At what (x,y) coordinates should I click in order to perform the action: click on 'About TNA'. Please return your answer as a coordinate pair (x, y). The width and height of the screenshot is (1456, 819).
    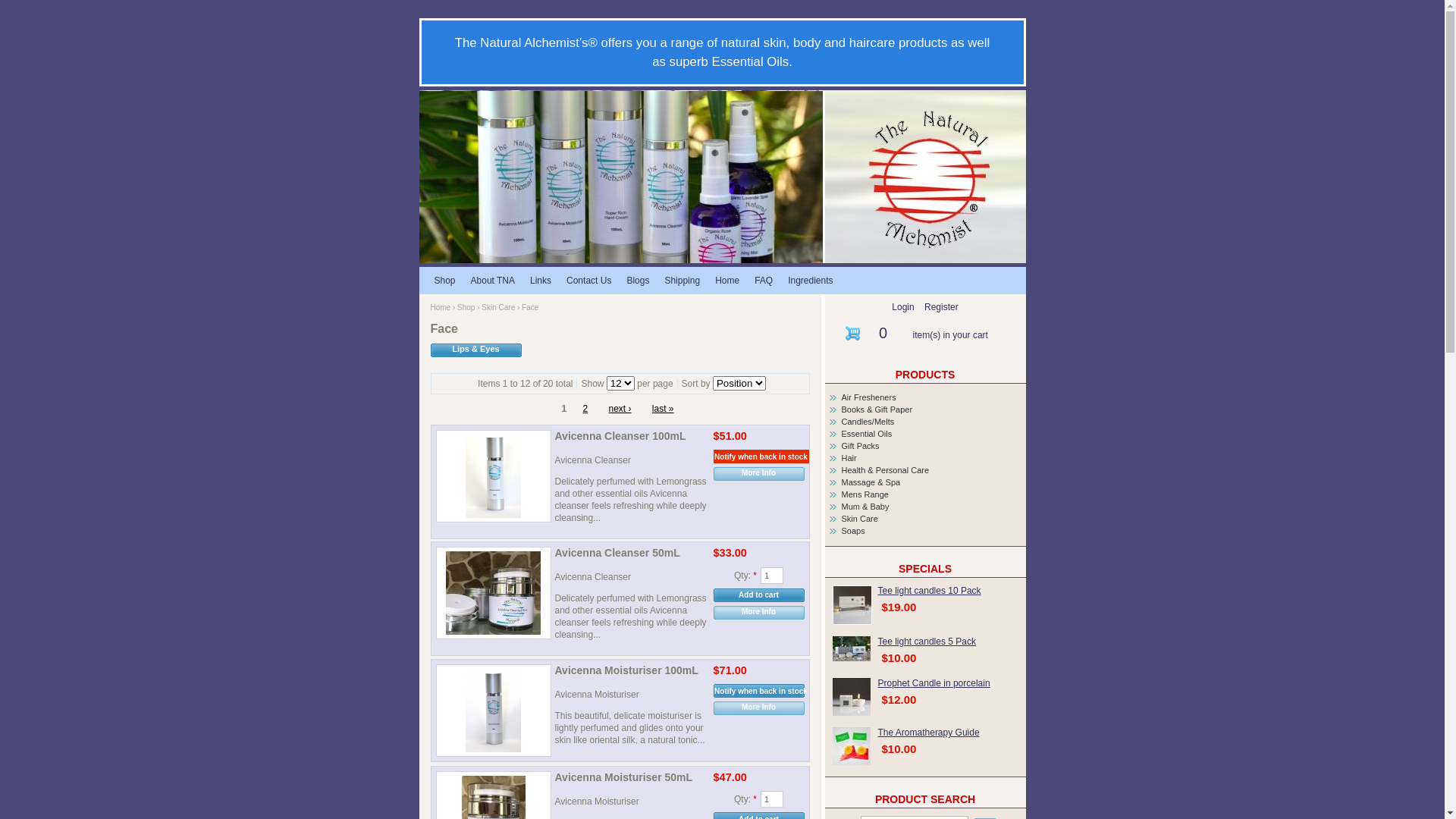
    Looking at the image, I should click on (492, 280).